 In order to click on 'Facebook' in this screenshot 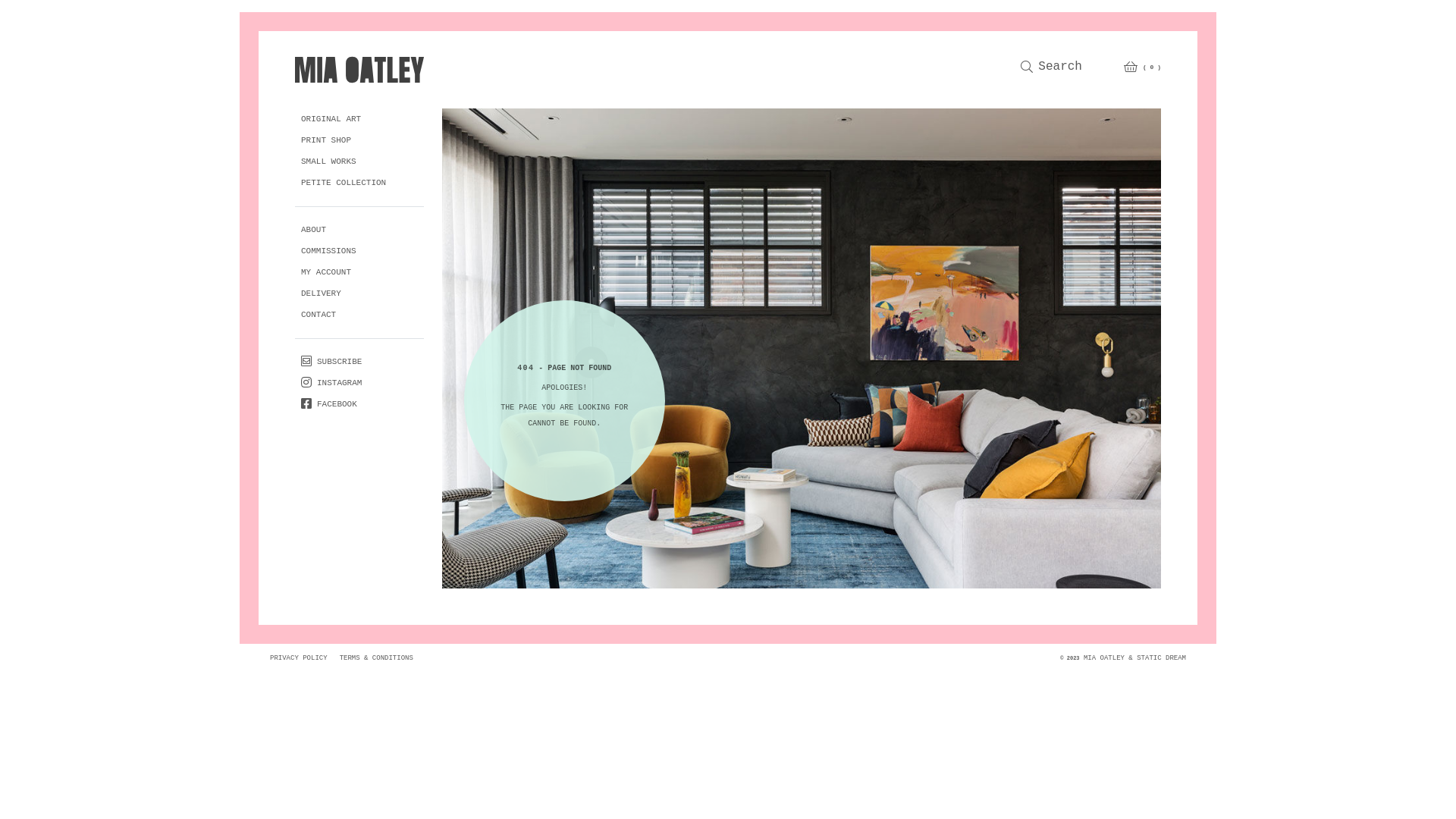, I will do `click(294, 403)`.